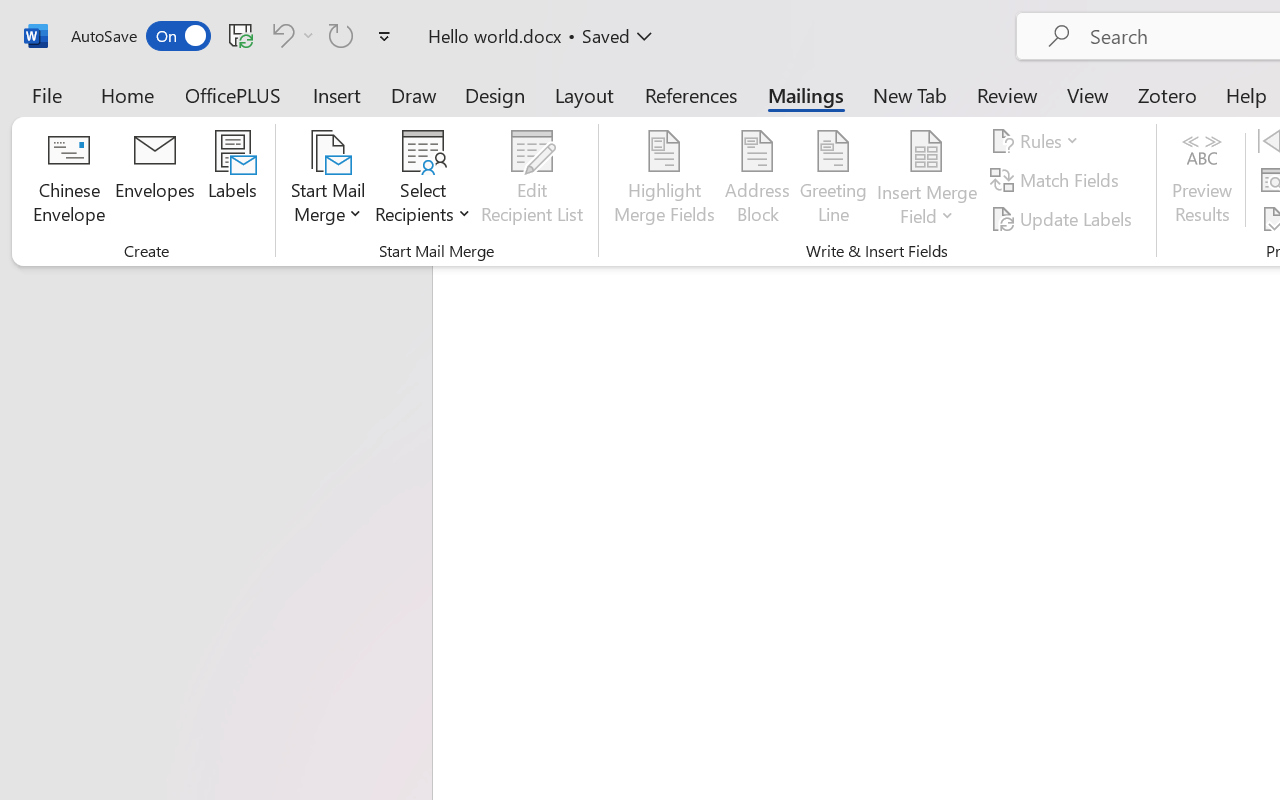  What do you see at coordinates (1087, 94) in the screenshot?
I see `'View'` at bounding box center [1087, 94].